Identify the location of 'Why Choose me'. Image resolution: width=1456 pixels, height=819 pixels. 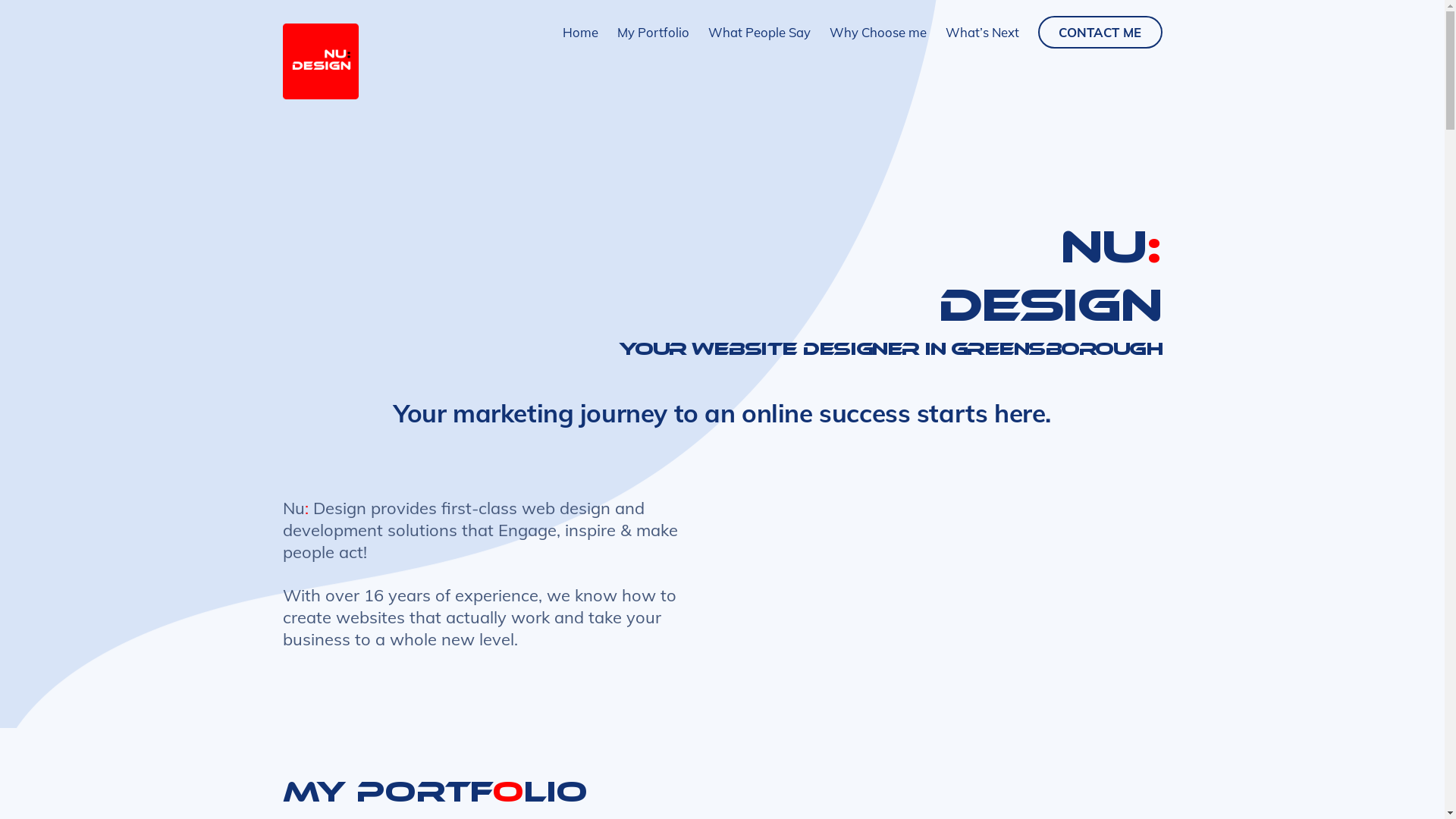
(877, 32).